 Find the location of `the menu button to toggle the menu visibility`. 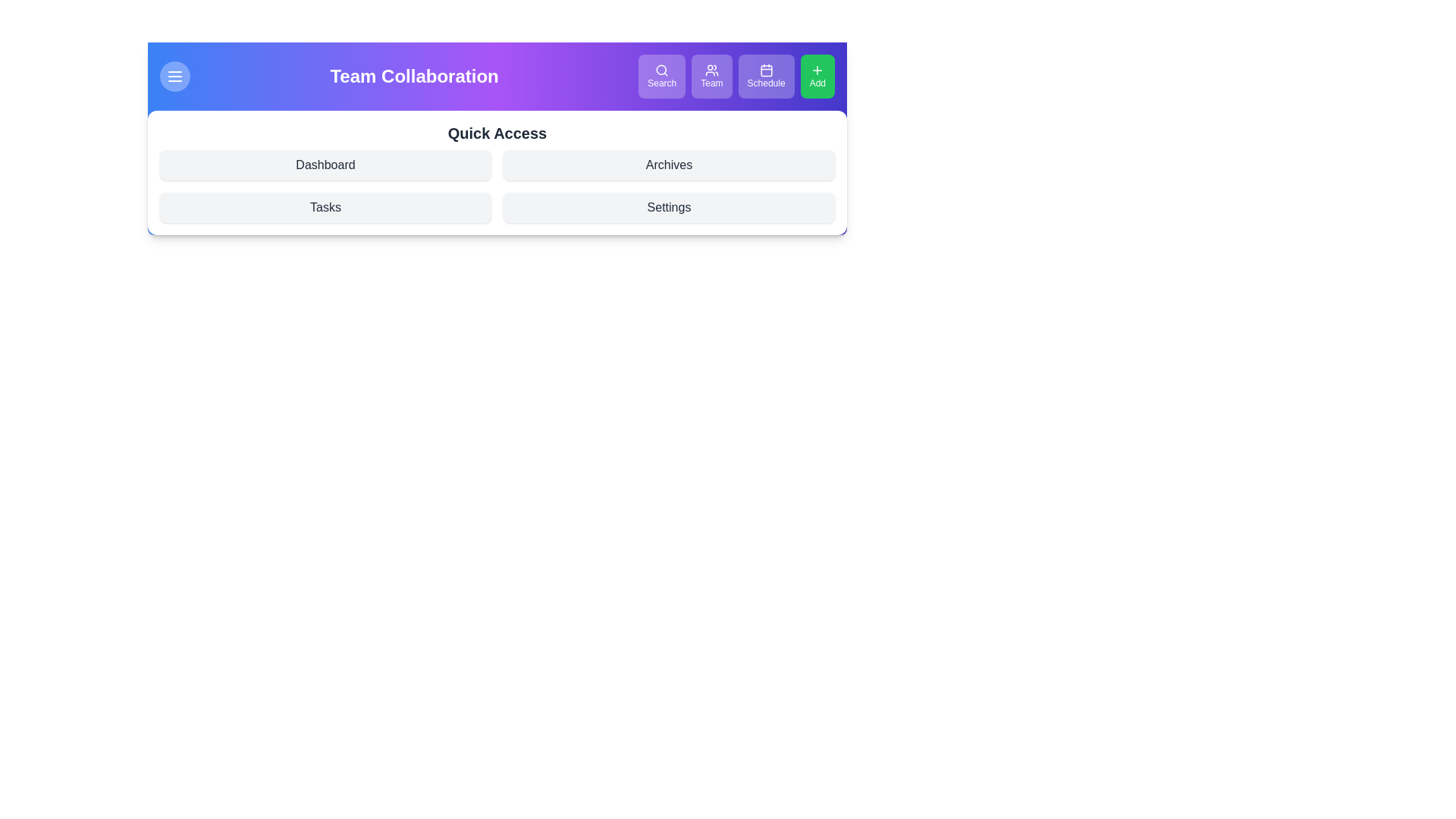

the menu button to toggle the menu visibility is located at coordinates (174, 76).